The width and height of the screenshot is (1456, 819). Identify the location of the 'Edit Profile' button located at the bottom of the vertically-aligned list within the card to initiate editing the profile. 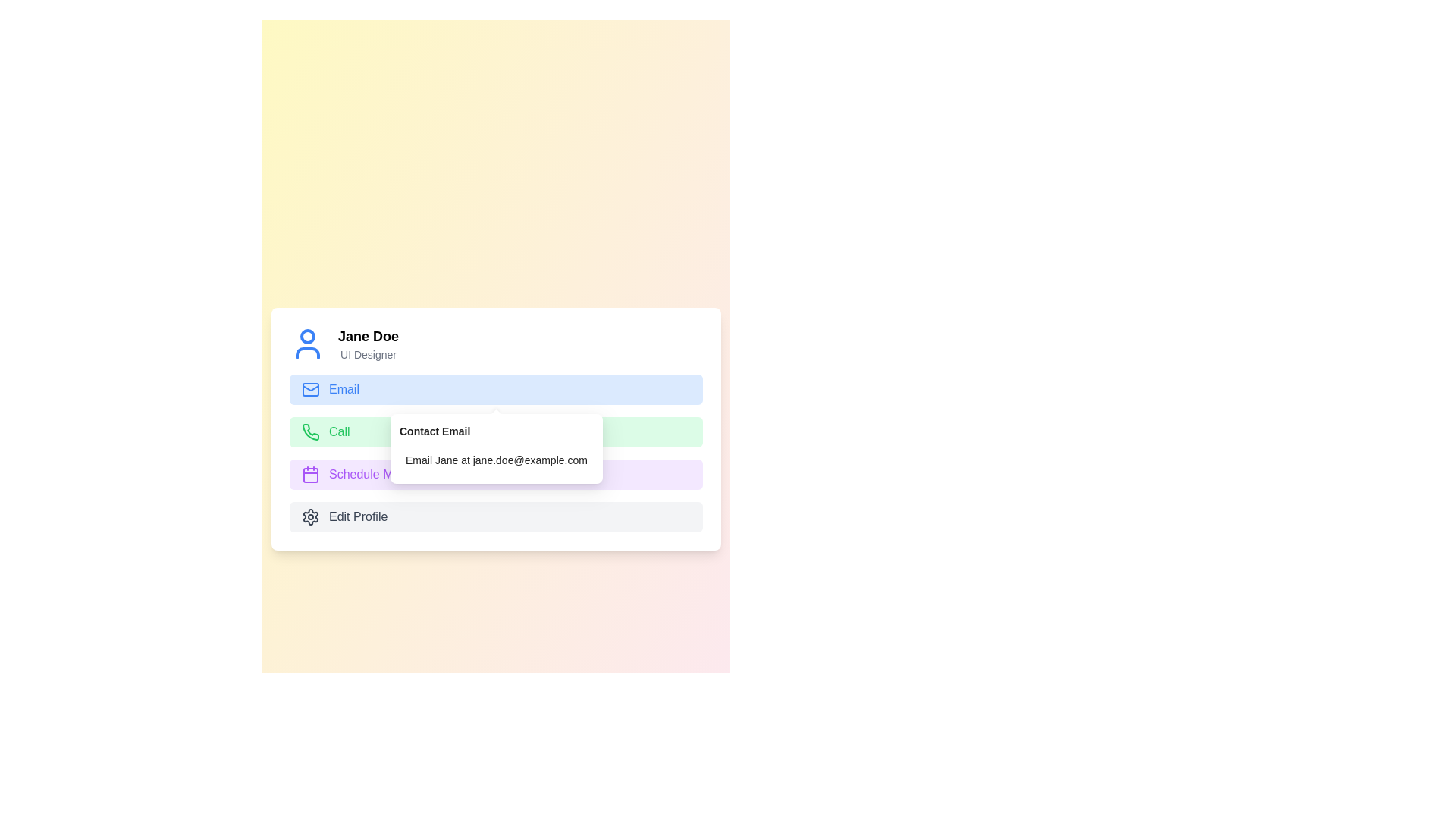
(496, 516).